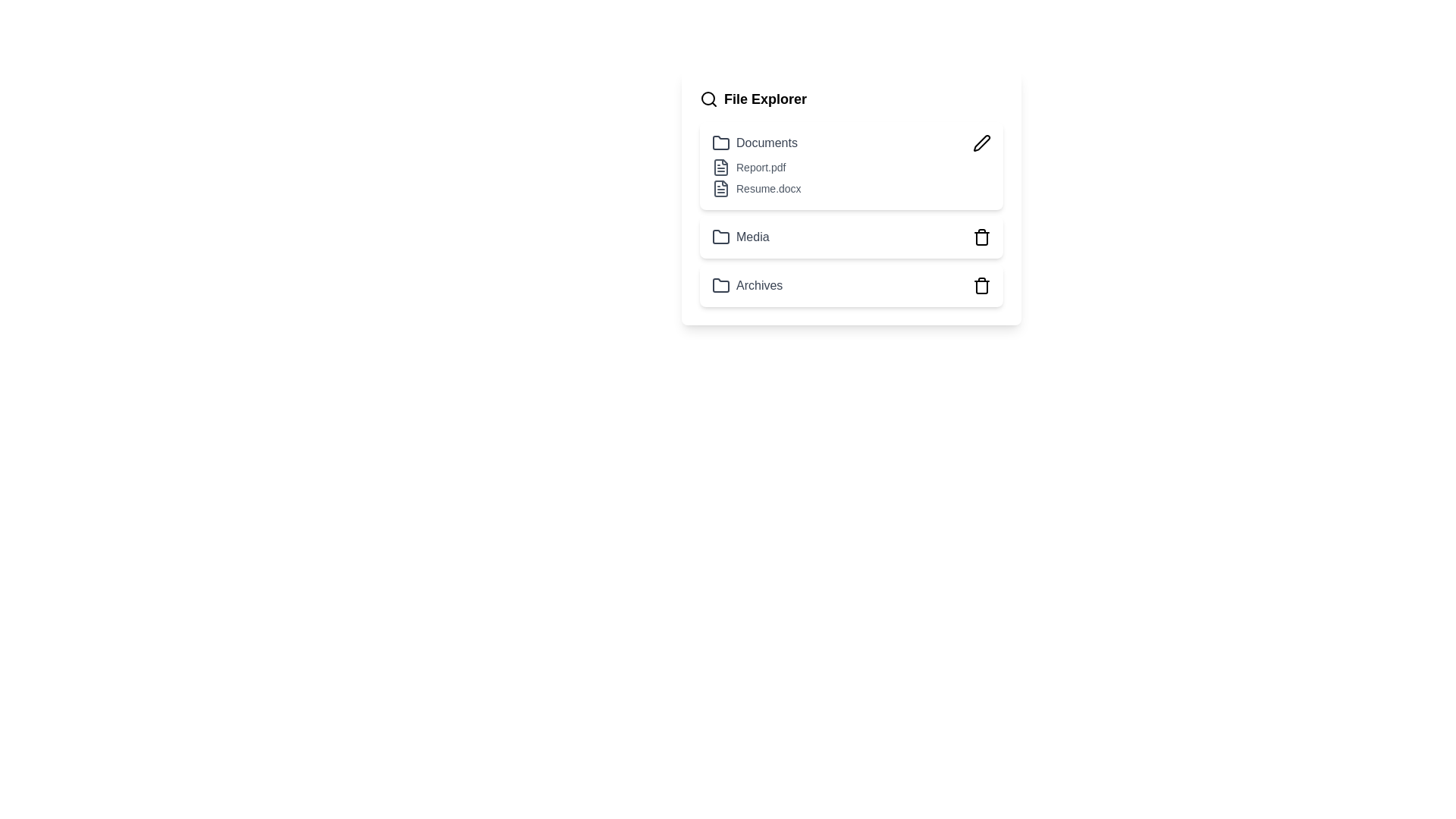  Describe the element at coordinates (852, 237) in the screenshot. I see `the 'Media' folder interactive list item` at that location.